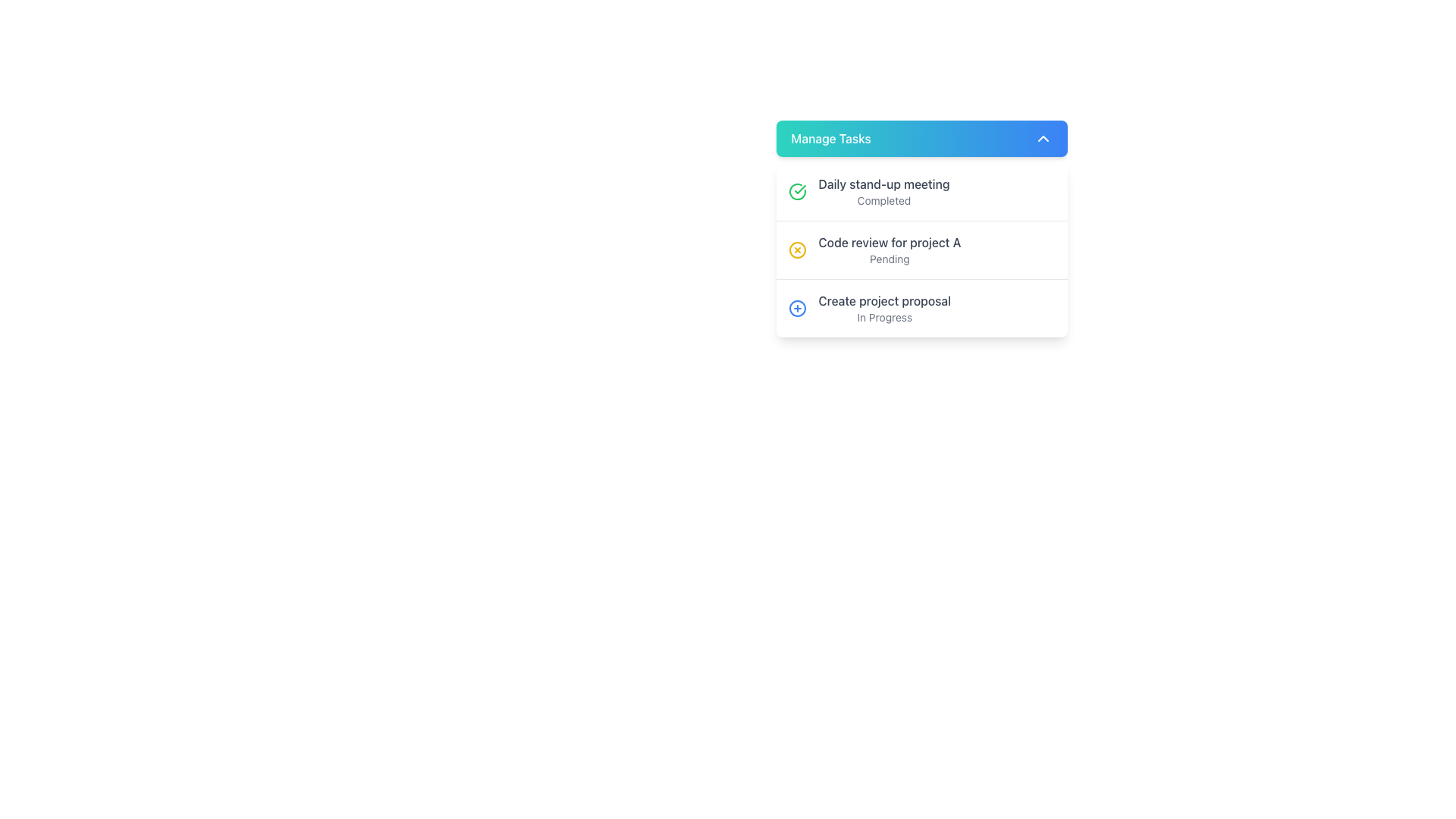 Image resolution: width=1456 pixels, height=819 pixels. What do you see at coordinates (890, 242) in the screenshot?
I see `the text label 'Code review for project A' located in the second row of the task list within the task management panel` at bounding box center [890, 242].